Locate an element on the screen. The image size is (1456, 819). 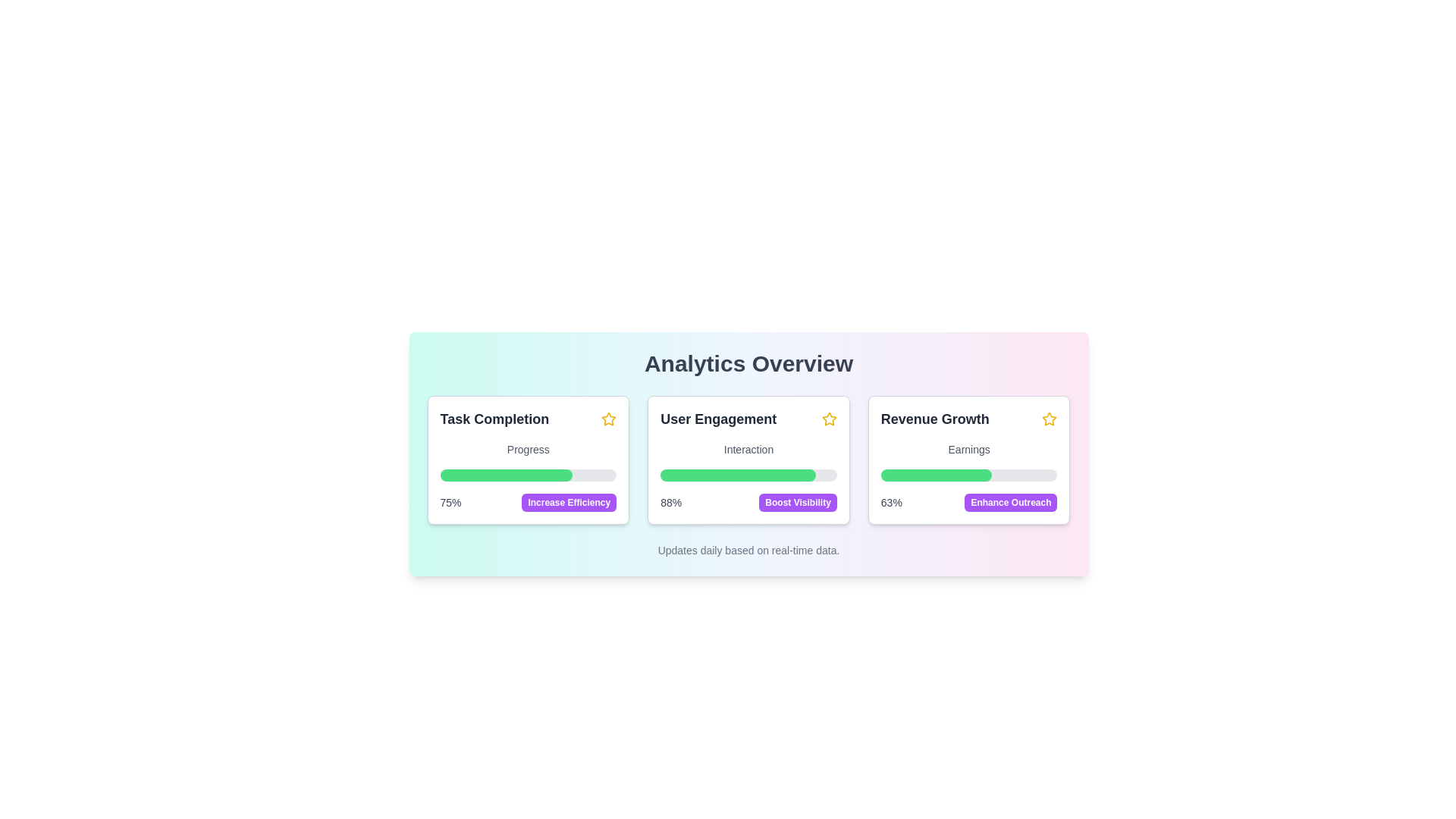
the informational text label located within the 'Revenue Growth' card, positioned below the title 'Revenue Growth' and above the progress bar is located at coordinates (968, 449).